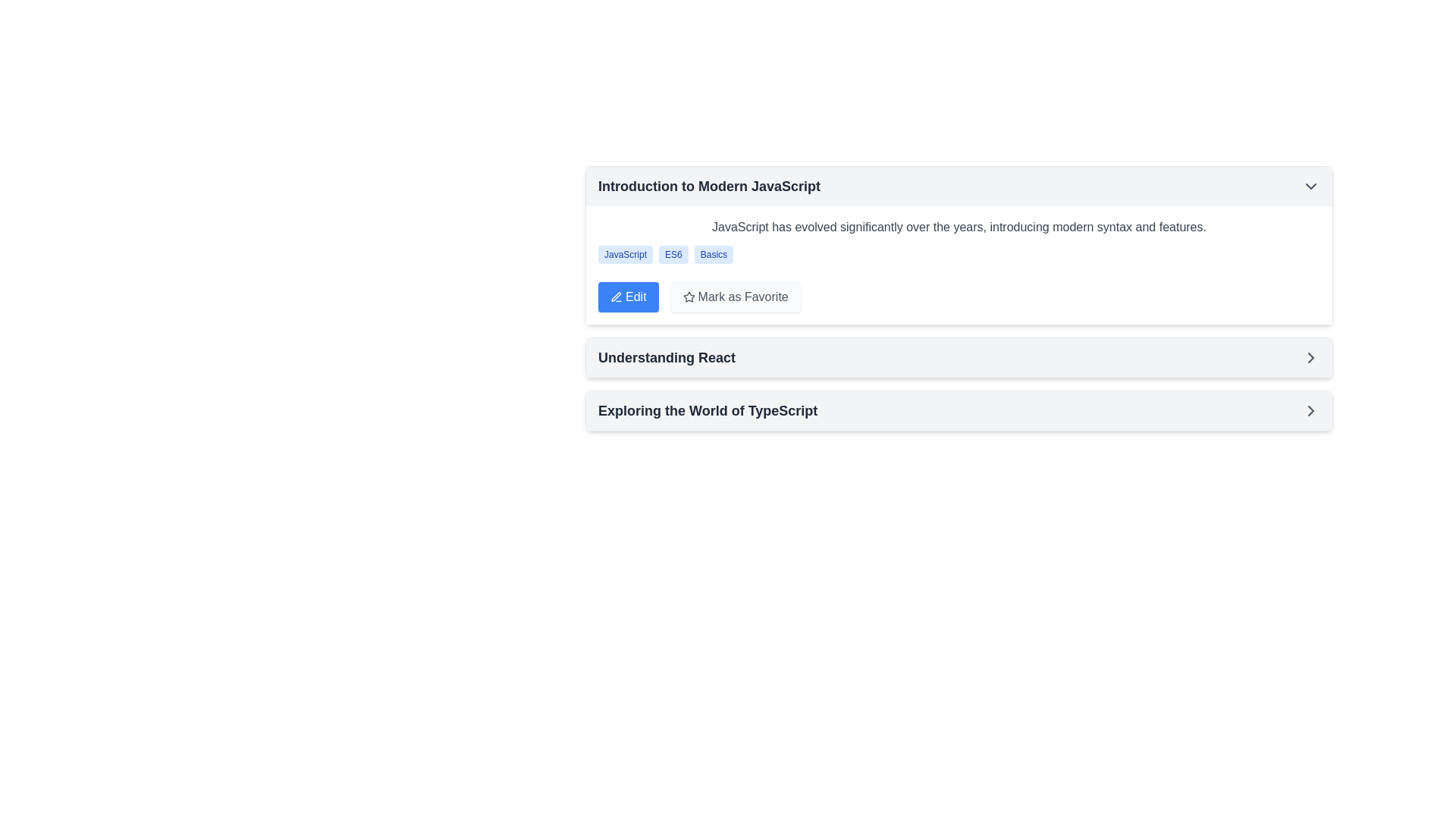 This screenshot has height=819, width=1456. I want to click on the right-facing chevron icon indicating navigation or expansion functionality, which is located at the far right of the 'Exploring the World of TypeScript' list item, so click(1310, 411).